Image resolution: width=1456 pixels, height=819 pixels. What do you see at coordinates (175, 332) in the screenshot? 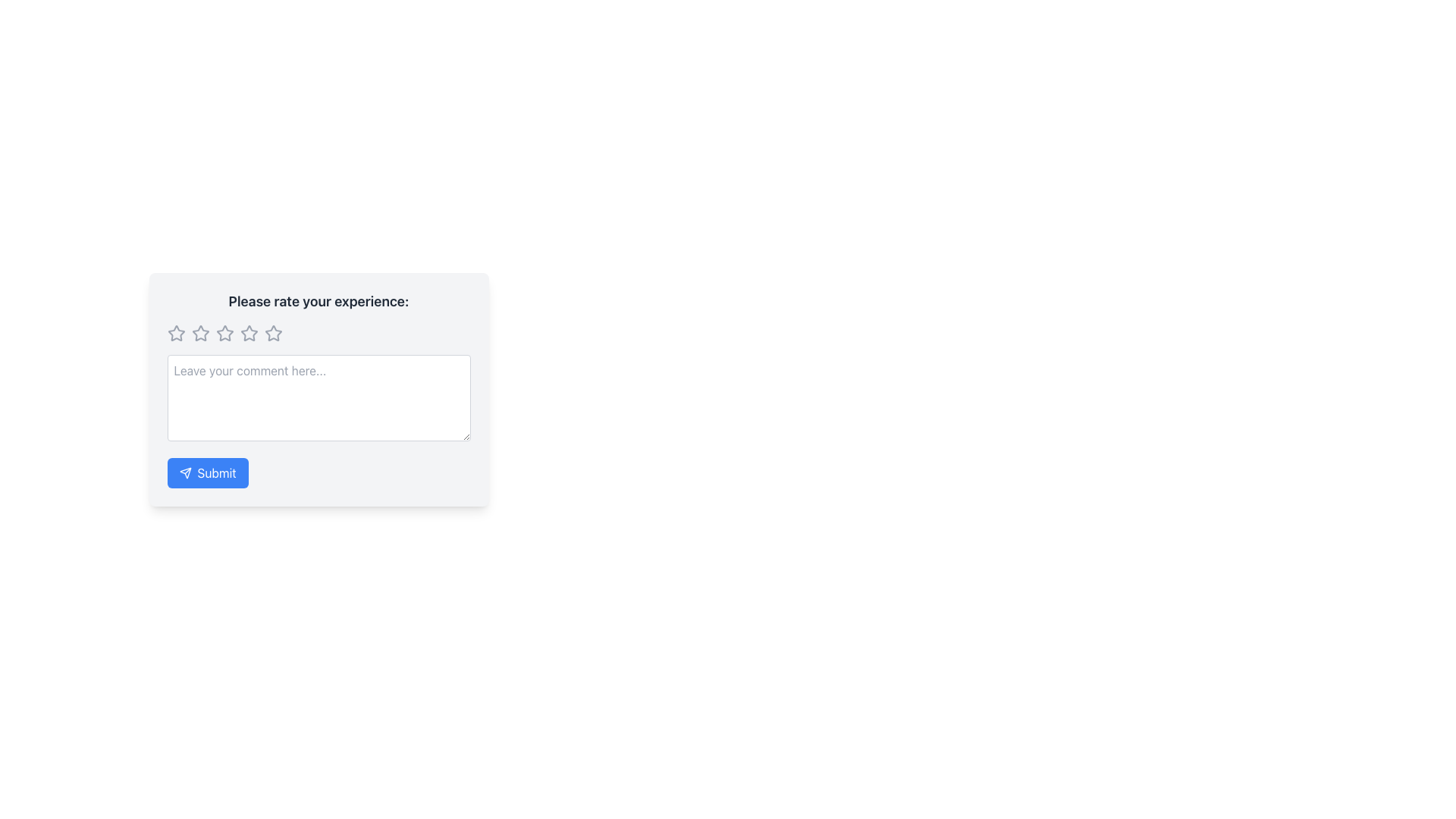
I see `the first star icon to rate your experience in the rating interface above the text input box` at bounding box center [175, 332].